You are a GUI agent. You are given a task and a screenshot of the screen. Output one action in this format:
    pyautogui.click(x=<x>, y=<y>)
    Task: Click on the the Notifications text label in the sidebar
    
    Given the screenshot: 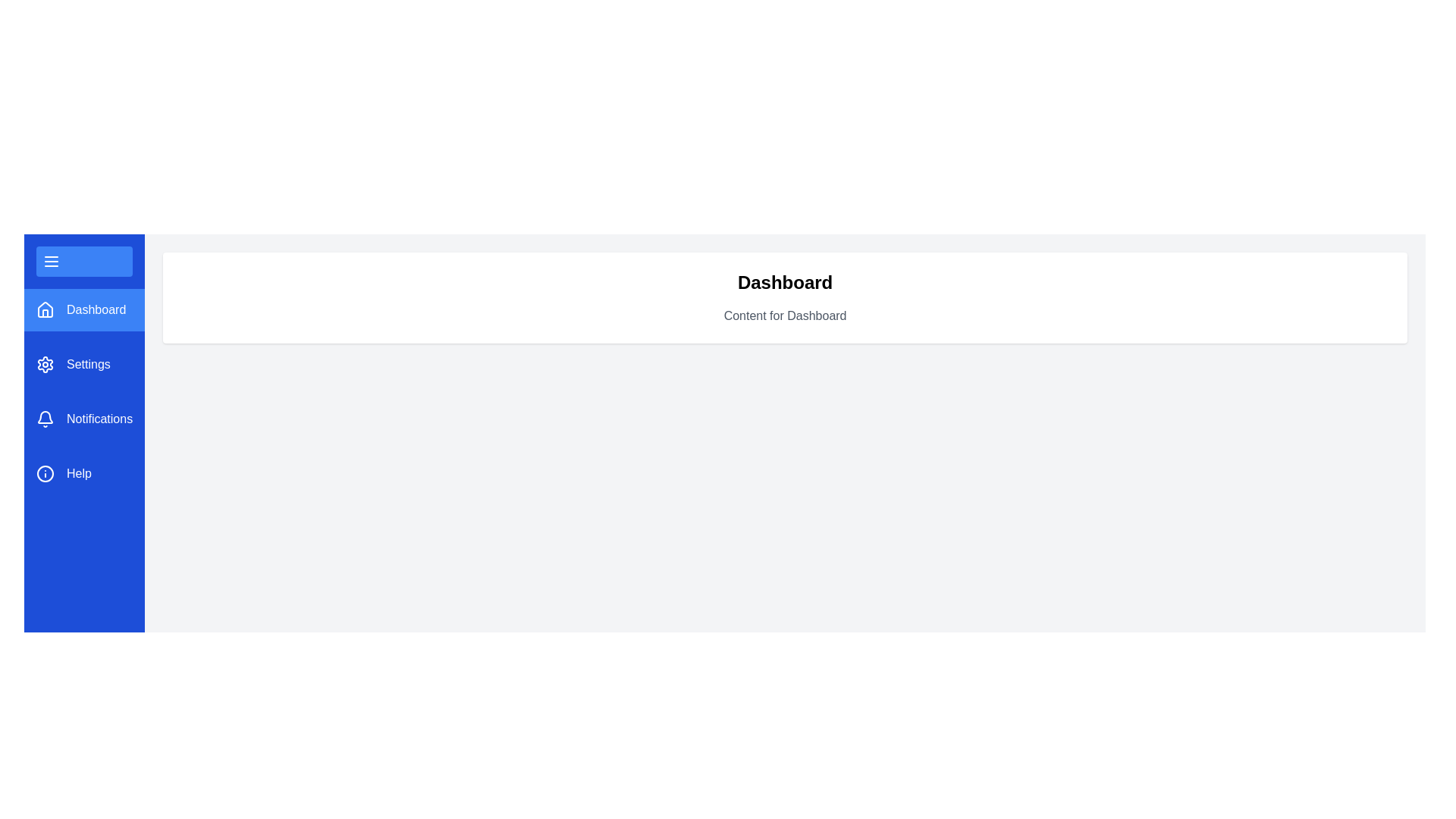 What is the action you would take?
    pyautogui.click(x=99, y=419)
    